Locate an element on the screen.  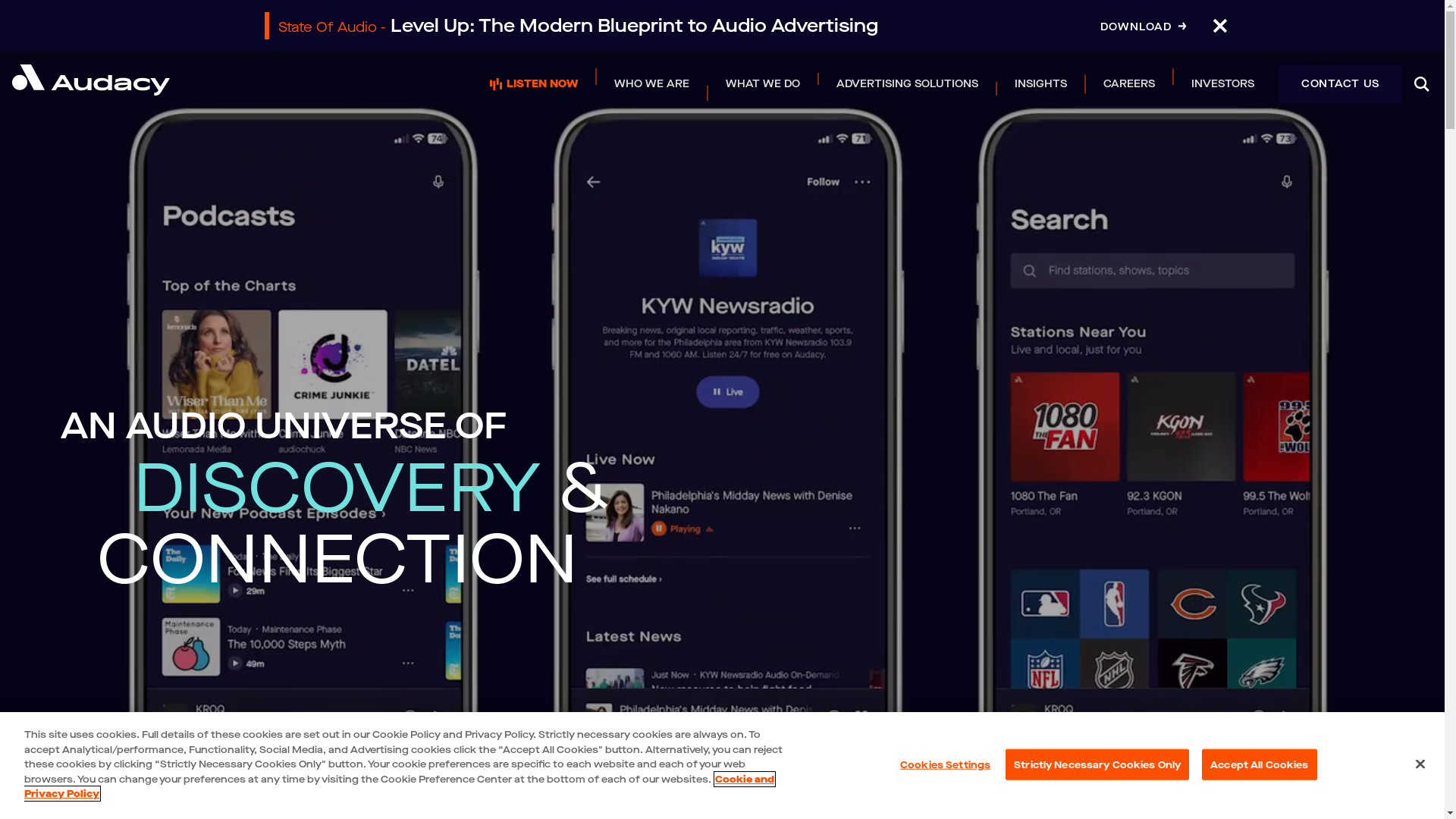
'Strictly Necessary Cookies Only' is located at coordinates (1005, 764).